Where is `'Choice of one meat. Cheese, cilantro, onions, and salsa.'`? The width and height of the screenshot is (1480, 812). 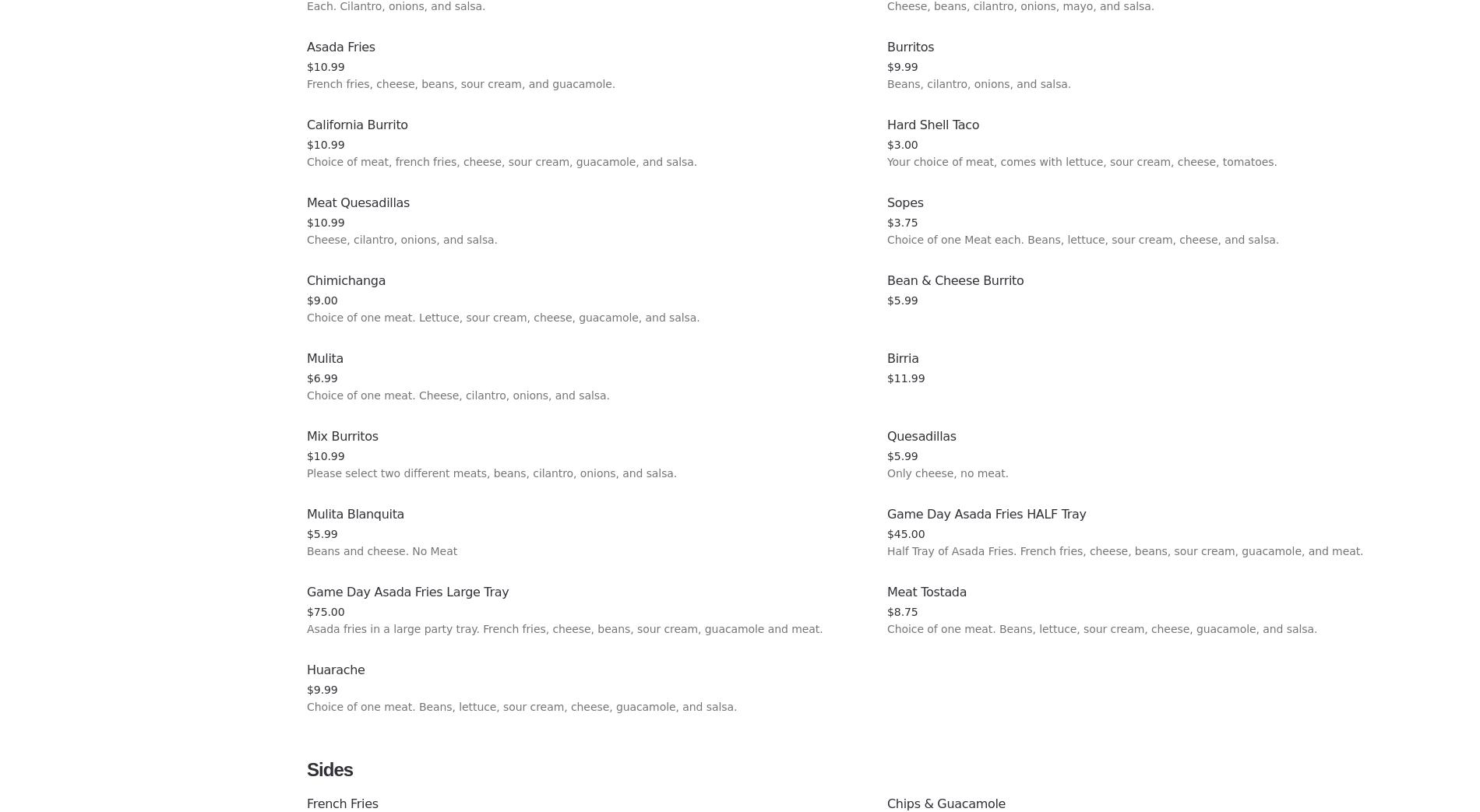
'Choice of one meat. Cheese, cilantro, onions, and salsa.' is located at coordinates (458, 395).